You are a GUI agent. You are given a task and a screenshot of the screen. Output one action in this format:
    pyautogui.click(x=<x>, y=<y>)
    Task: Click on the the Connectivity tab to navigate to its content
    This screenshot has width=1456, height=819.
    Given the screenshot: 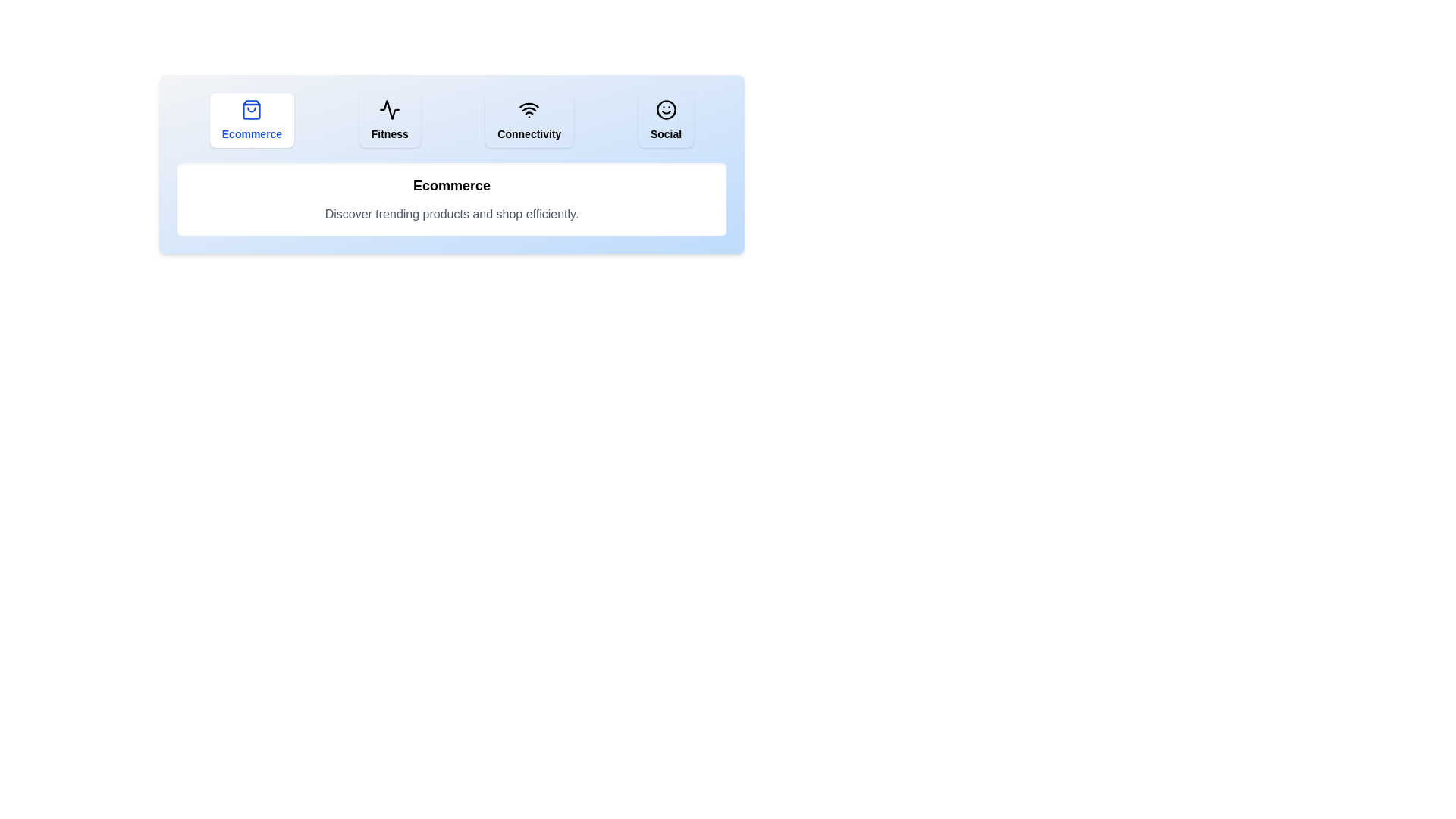 What is the action you would take?
    pyautogui.click(x=529, y=119)
    